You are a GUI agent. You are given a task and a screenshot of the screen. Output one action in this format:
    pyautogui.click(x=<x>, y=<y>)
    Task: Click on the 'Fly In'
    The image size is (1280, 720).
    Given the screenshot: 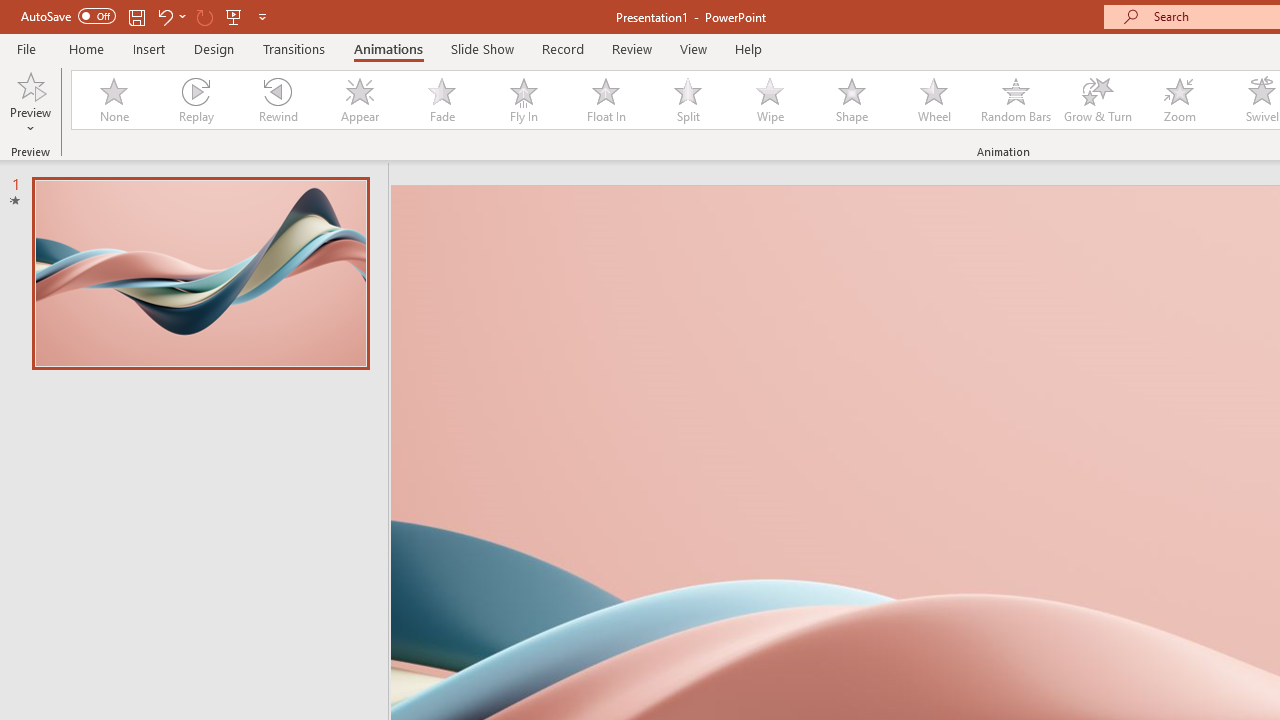 What is the action you would take?
    pyautogui.click(x=523, y=100)
    